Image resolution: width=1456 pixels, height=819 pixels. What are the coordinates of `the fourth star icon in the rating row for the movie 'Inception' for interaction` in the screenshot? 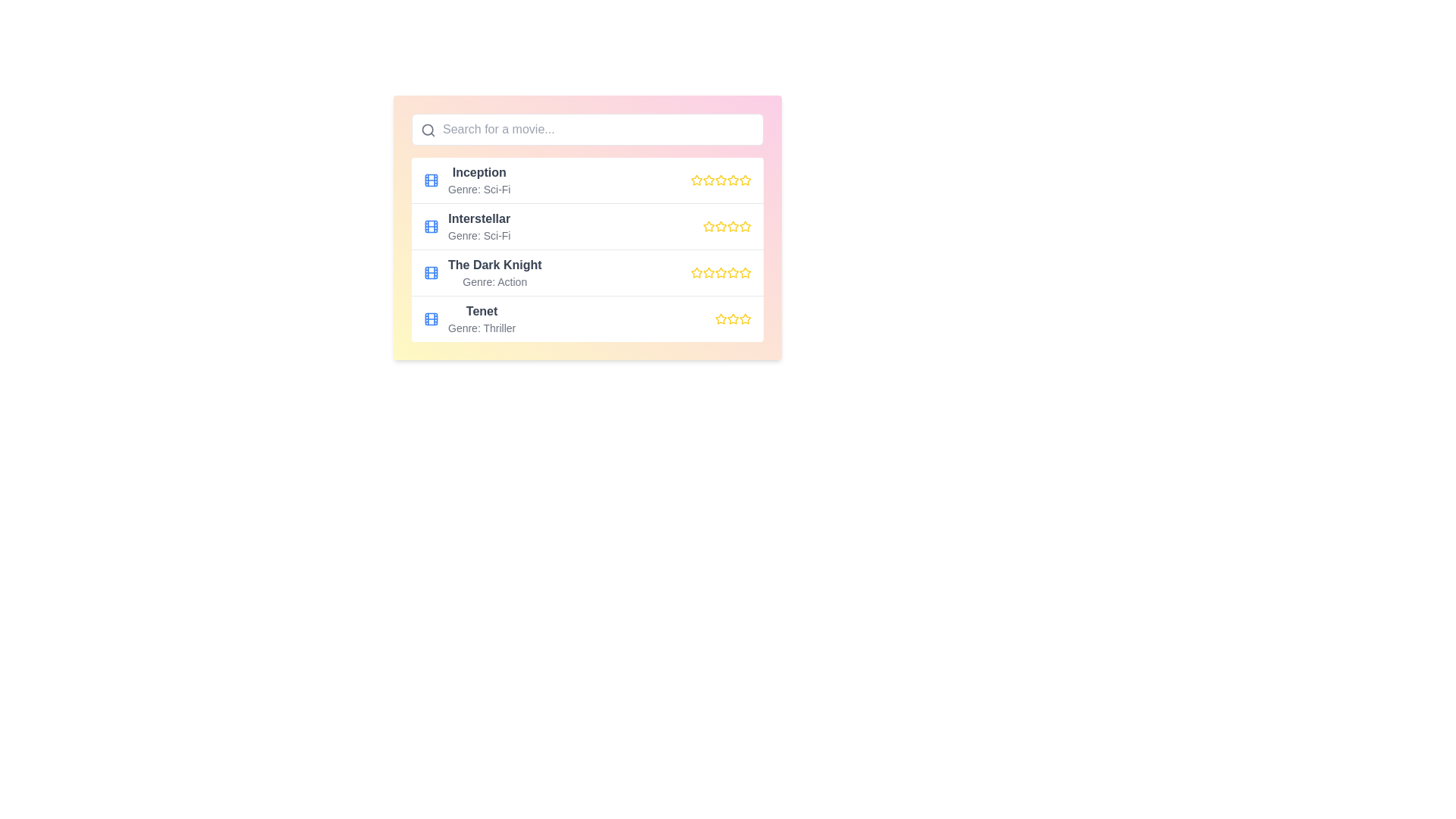 It's located at (720, 180).